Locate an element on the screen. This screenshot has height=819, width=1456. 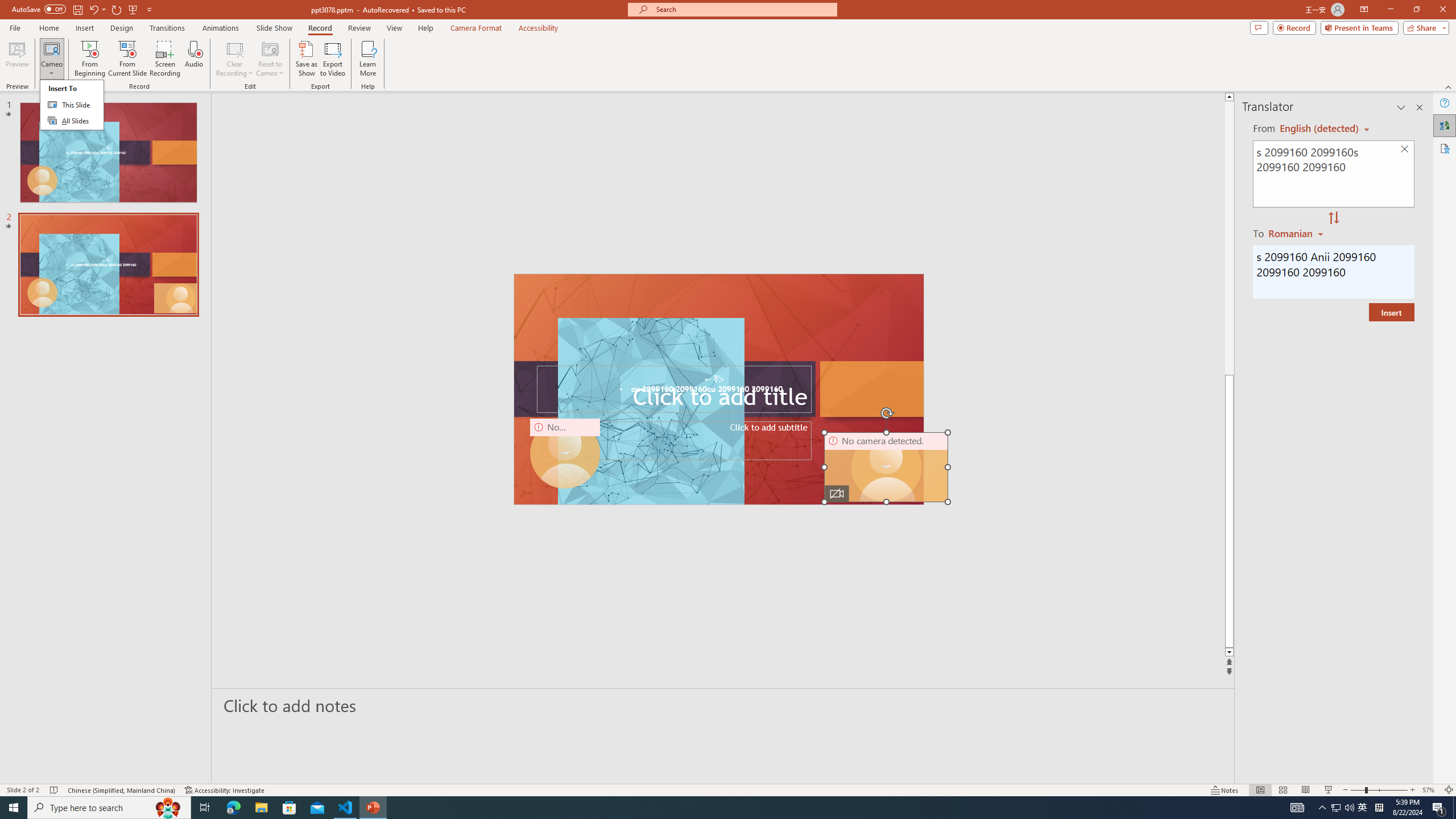
'Export to Video' is located at coordinates (332, 59).